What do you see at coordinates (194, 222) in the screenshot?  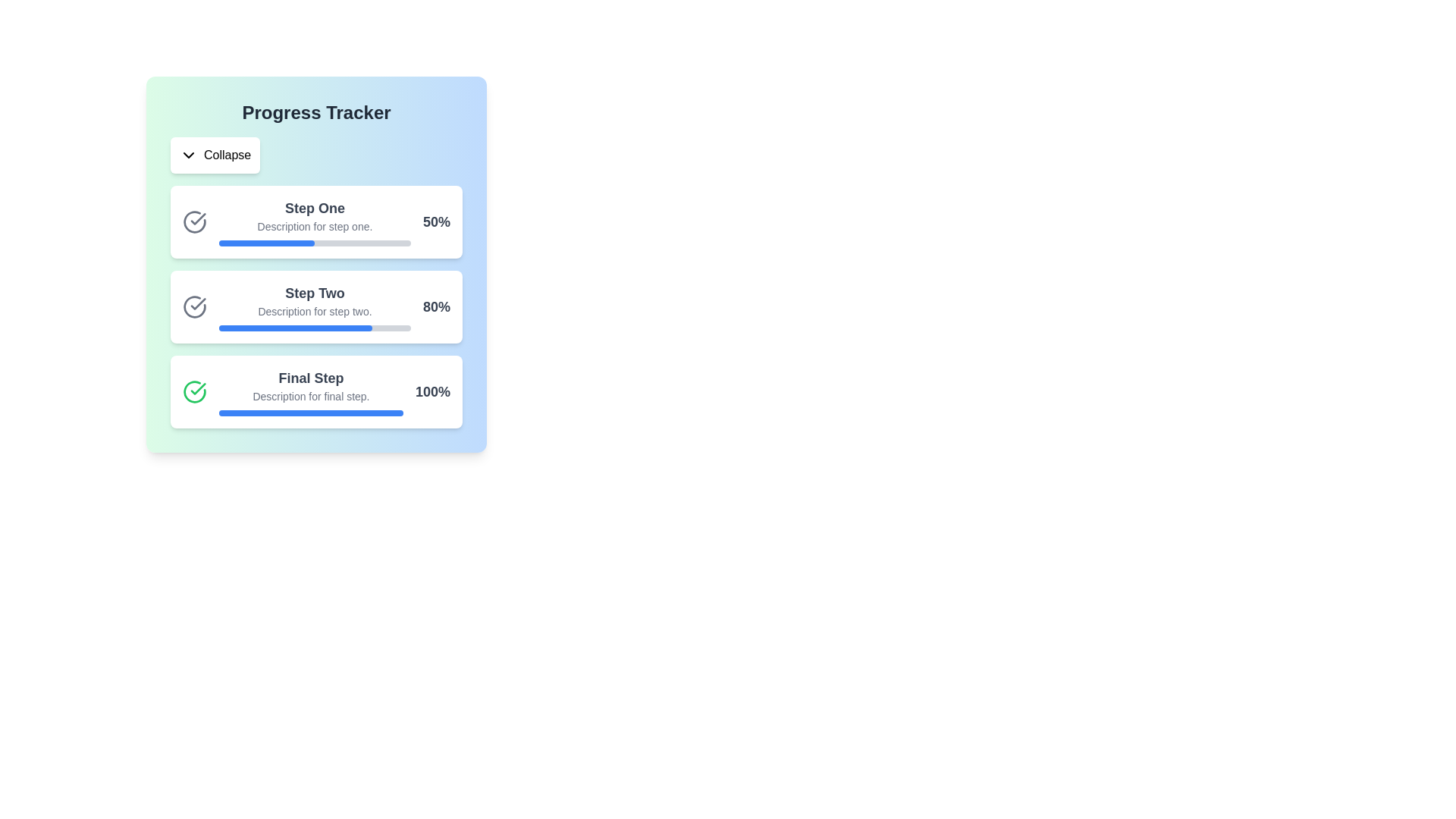 I see `the decorative icon element of the progress indicator located next to the 'Step Two' label in the progress tracker interface` at bounding box center [194, 222].